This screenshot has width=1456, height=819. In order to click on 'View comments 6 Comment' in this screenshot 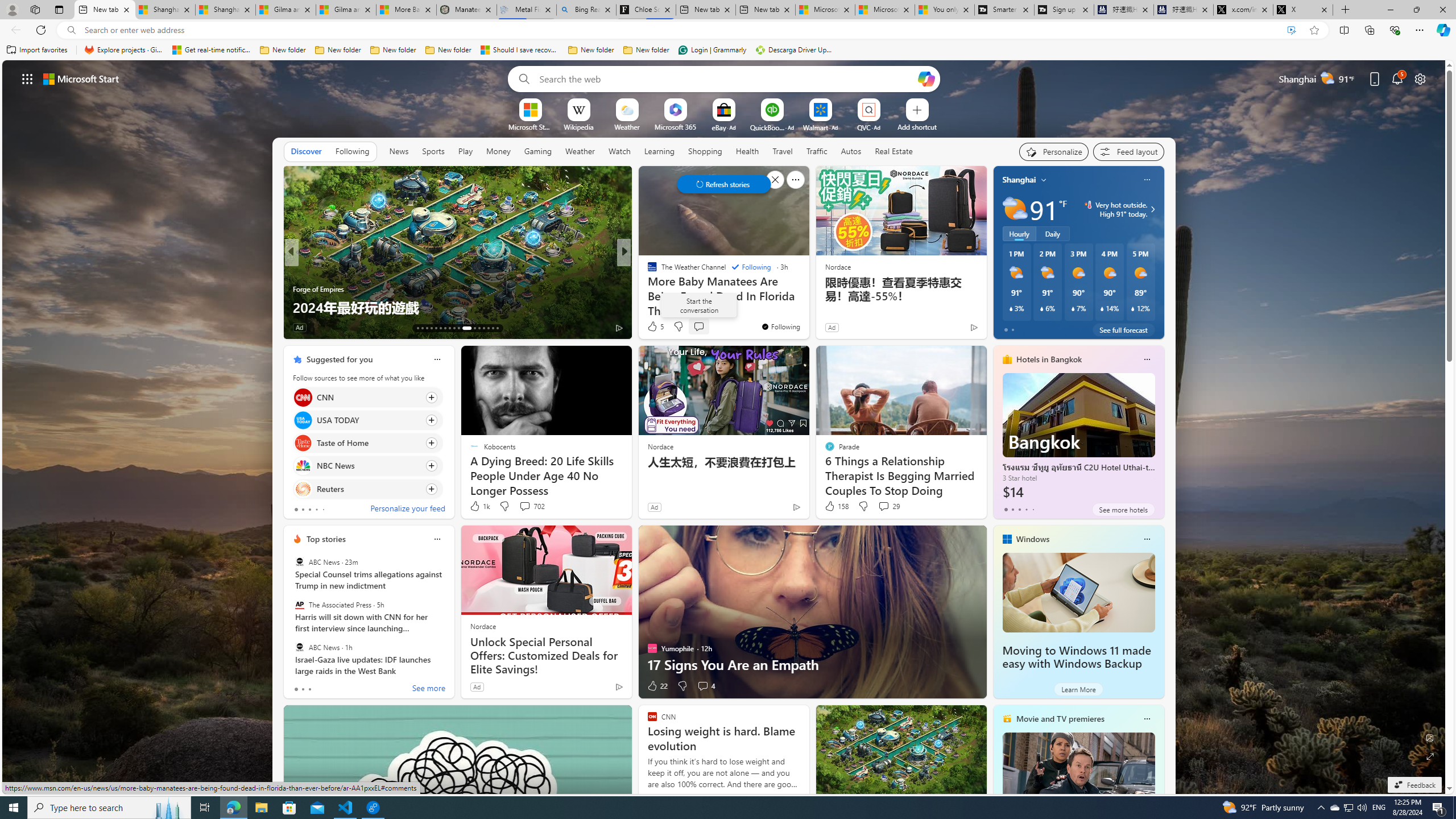, I will do `click(705, 327)`.